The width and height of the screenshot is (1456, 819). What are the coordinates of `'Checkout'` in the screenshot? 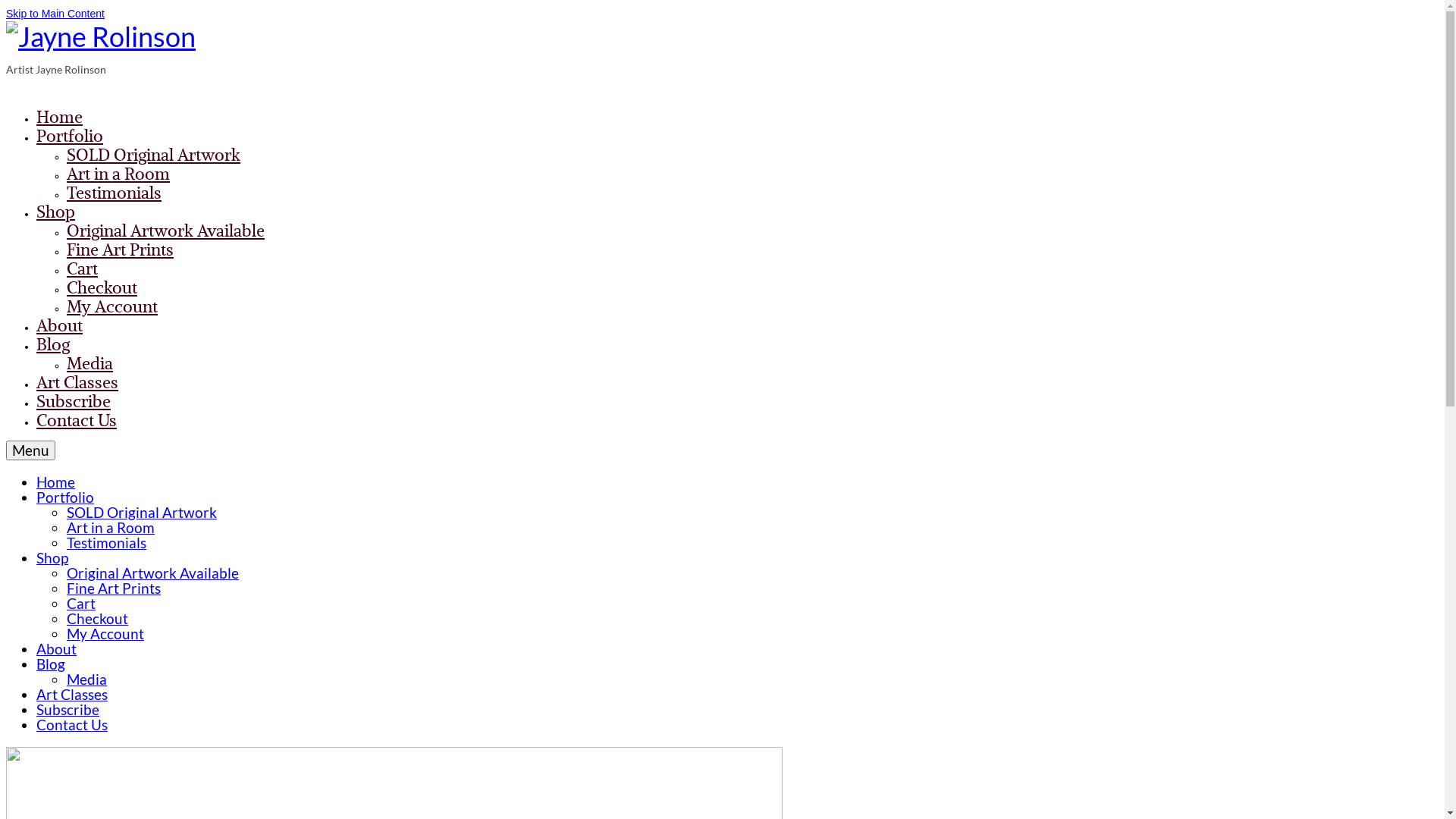 It's located at (101, 287).